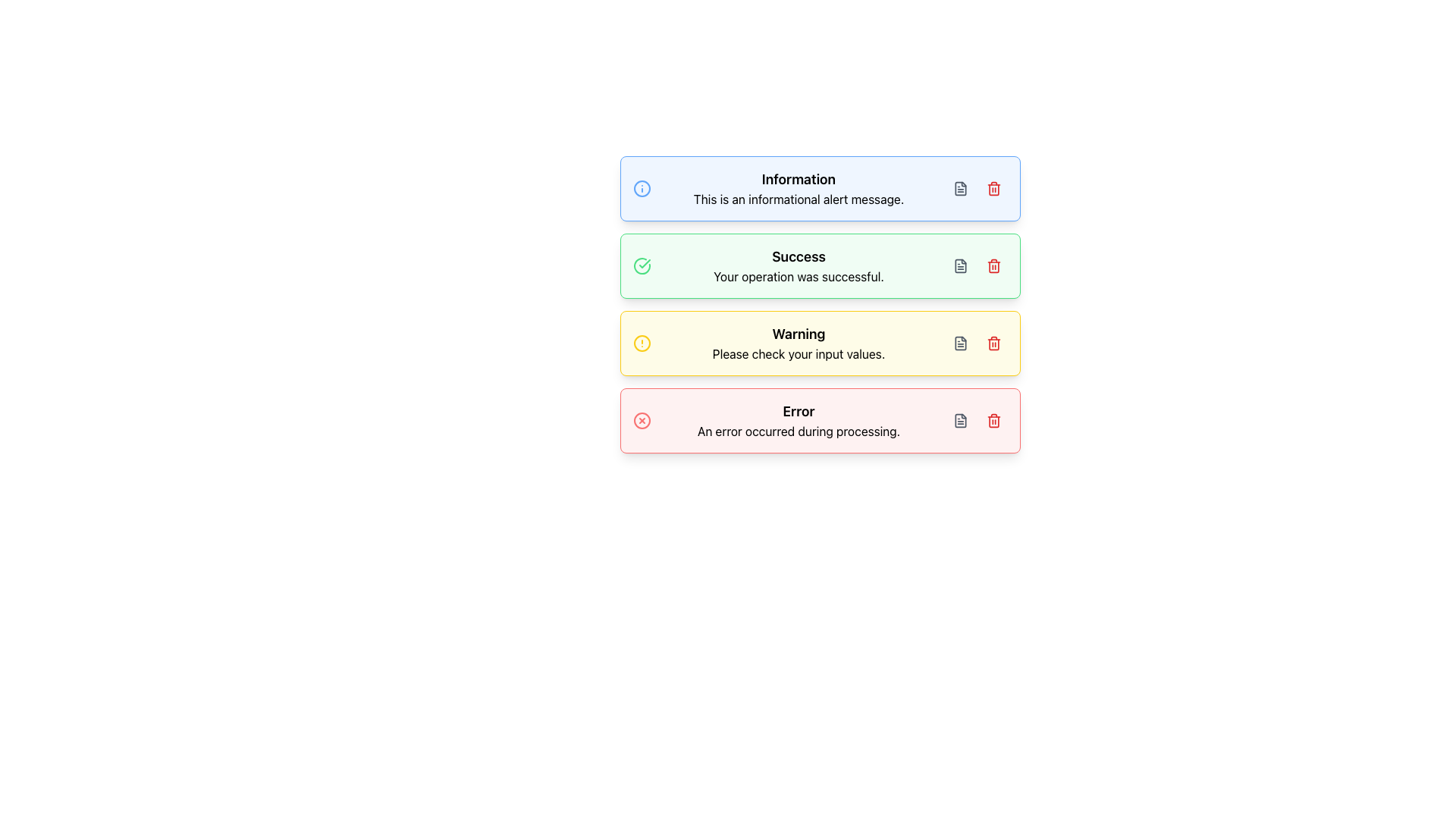  What do you see at coordinates (798, 412) in the screenshot?
I see `the bold text label reading 'Error' located at the top of the red alert box for error notifications` at bounding box center [798, 412].